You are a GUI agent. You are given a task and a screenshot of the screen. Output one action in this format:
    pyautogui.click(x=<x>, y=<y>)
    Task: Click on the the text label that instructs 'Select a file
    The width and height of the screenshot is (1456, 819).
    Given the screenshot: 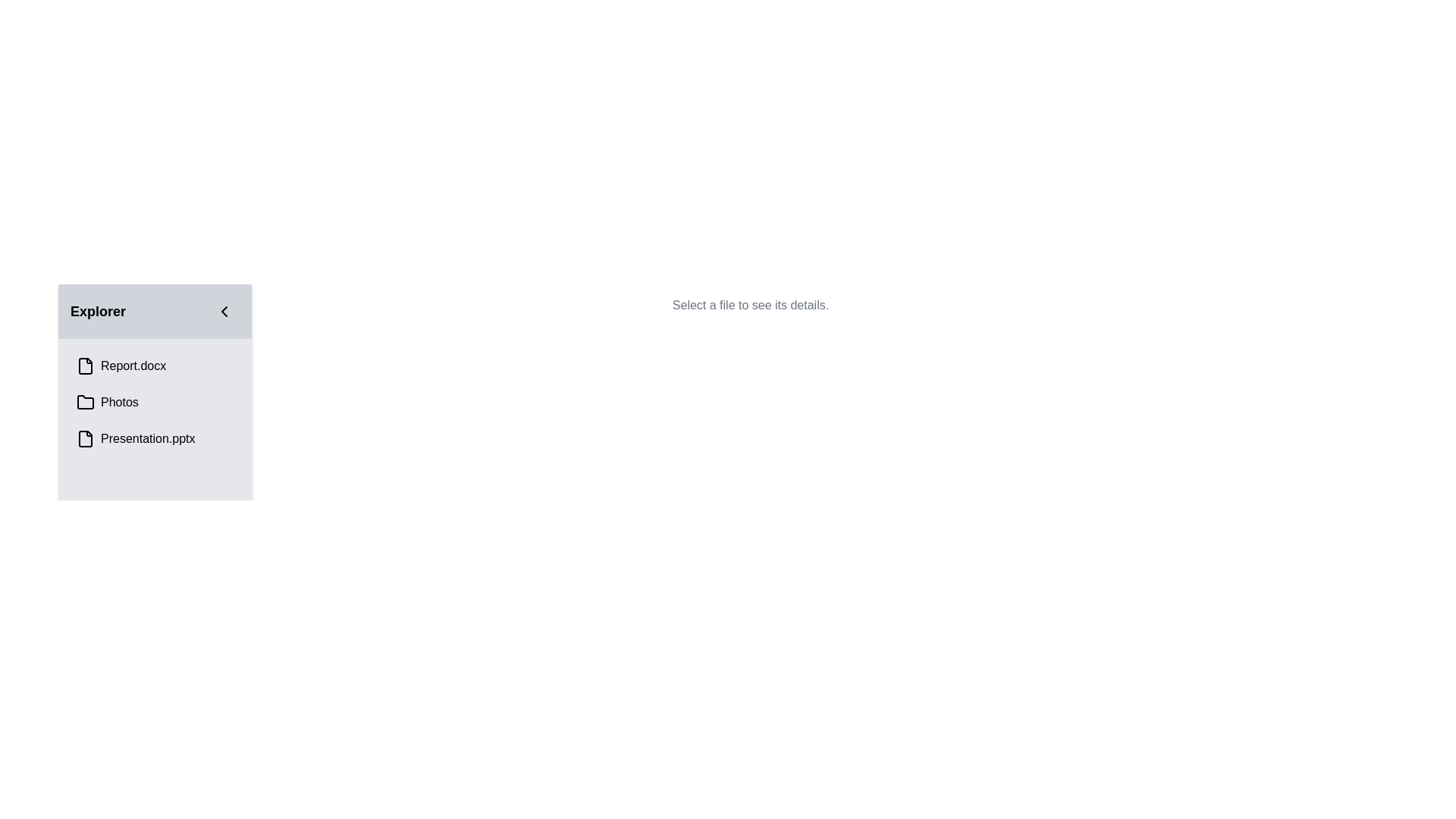 What is the action you would take?
    pyautogui.click(x=750, y=305)
    